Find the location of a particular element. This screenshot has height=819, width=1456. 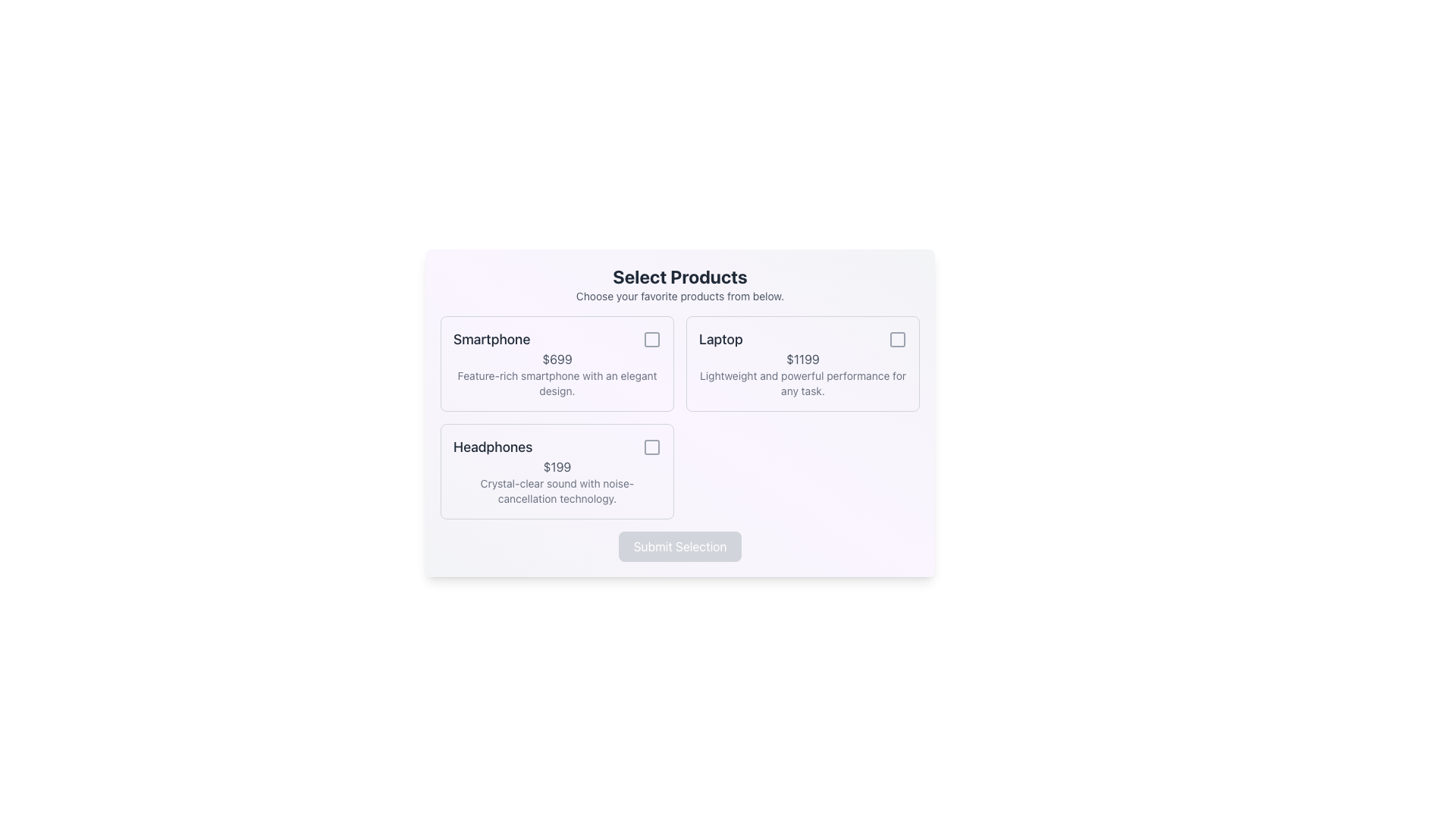

information displayed in the text label that says 'Choose your favorite products from below.' positioned below the heading 'Select Products' is located at coordinates (679, 296).